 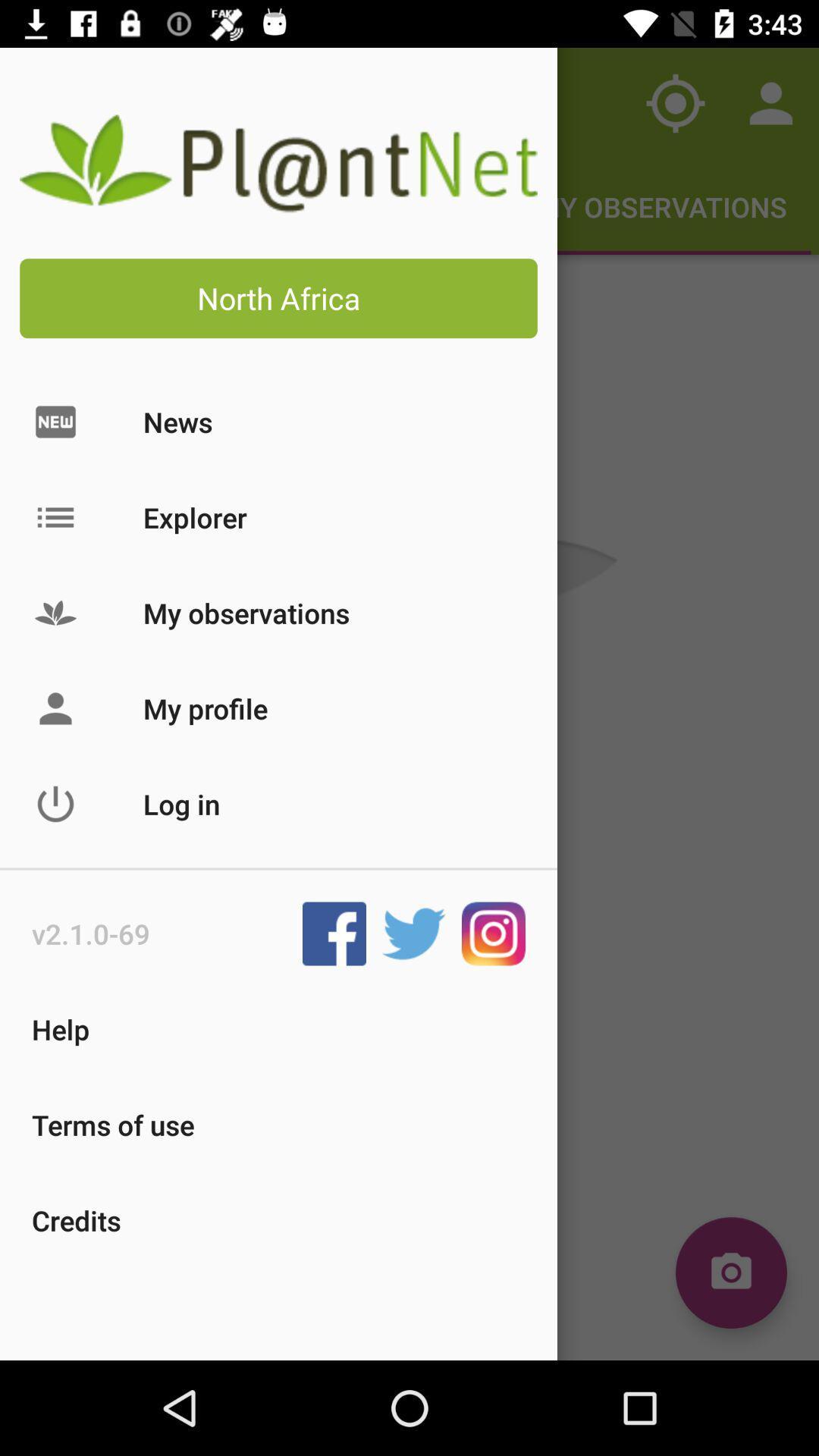 I want to click on the camera icon, so click(x=730, y=1272).